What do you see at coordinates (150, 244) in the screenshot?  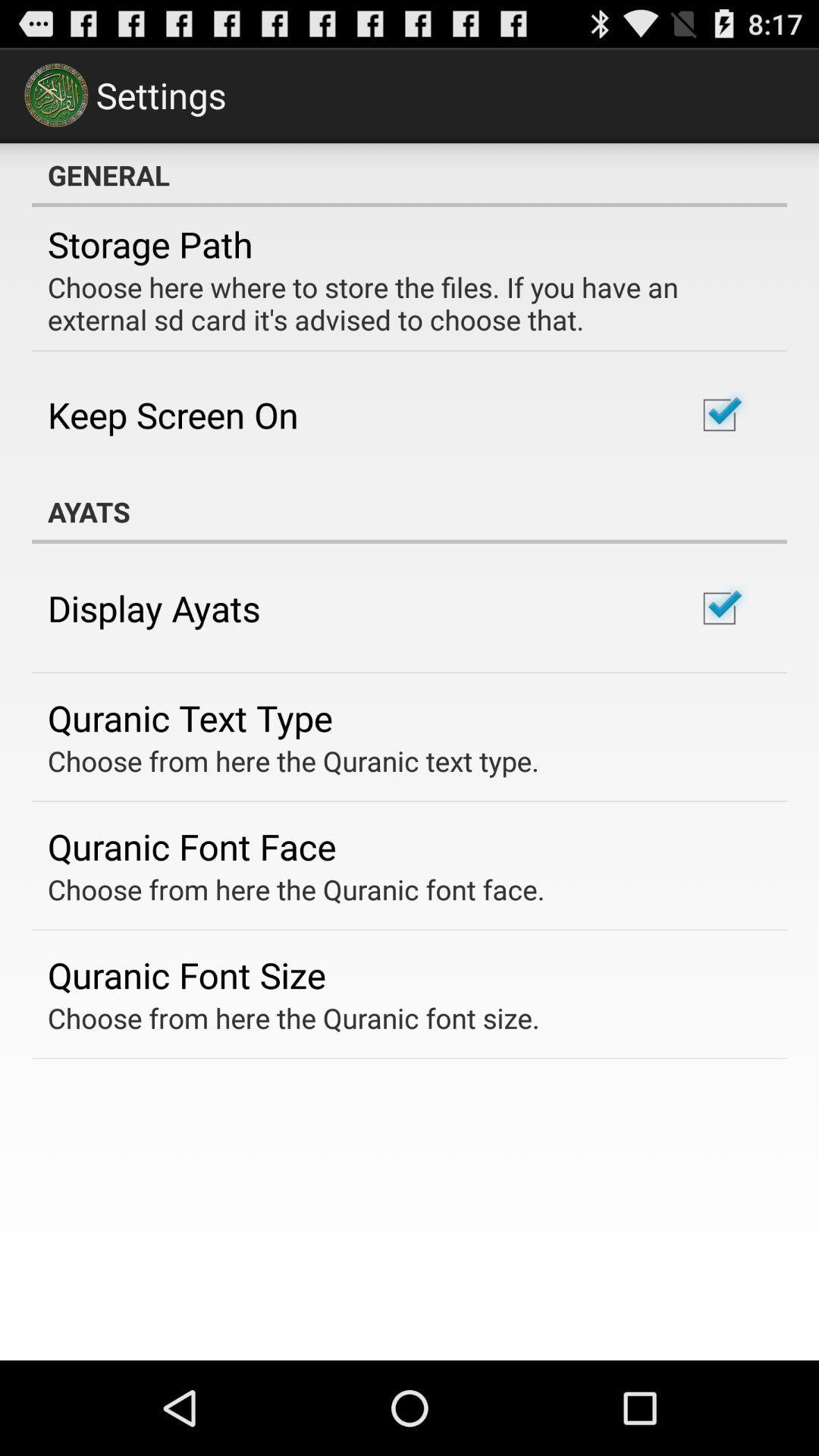 I see `storage path item` at bounding box center [150, 244].